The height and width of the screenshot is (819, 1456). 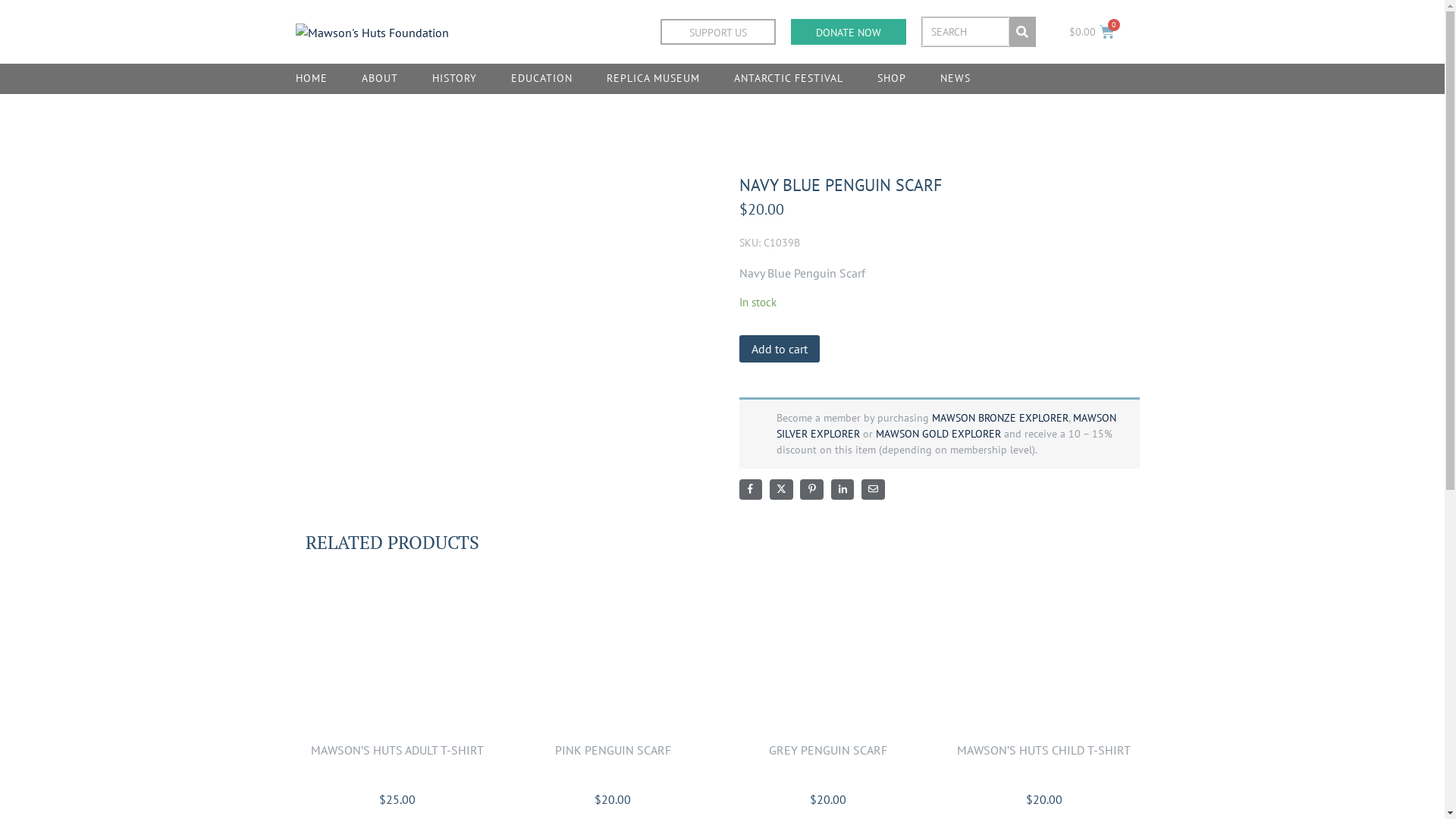 What do you see at coordinates (946, 425) in the screenshot?
I see `'MAWSON SILVER EXPLORER'` at bounding box center [946, 425].